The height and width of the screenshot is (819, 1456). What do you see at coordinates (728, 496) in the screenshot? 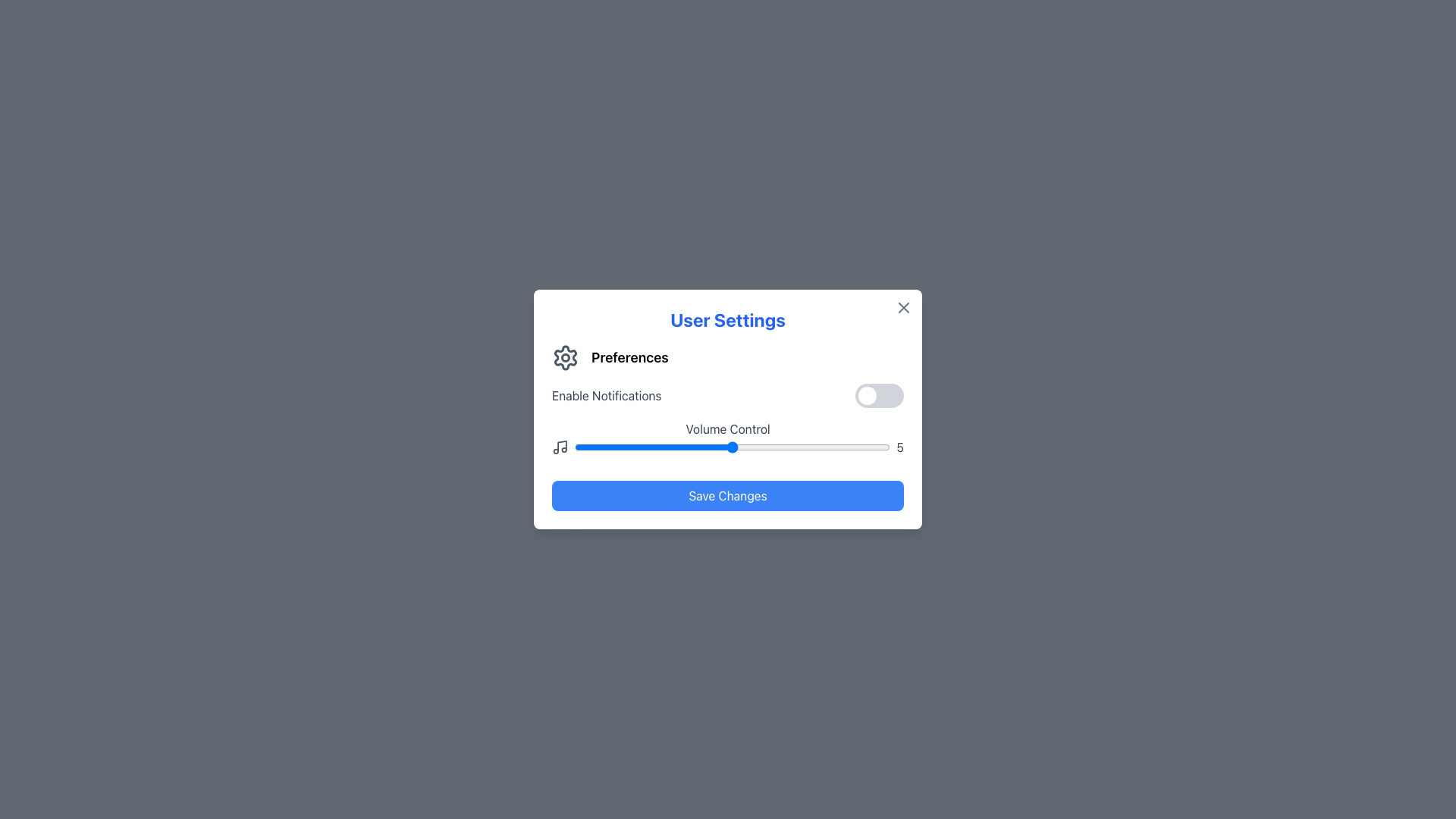
I see `the 'Save Changes' button located at the bottom of the 'User Settings' dialog to observe the hover effects` at bounding box center [728, 496].